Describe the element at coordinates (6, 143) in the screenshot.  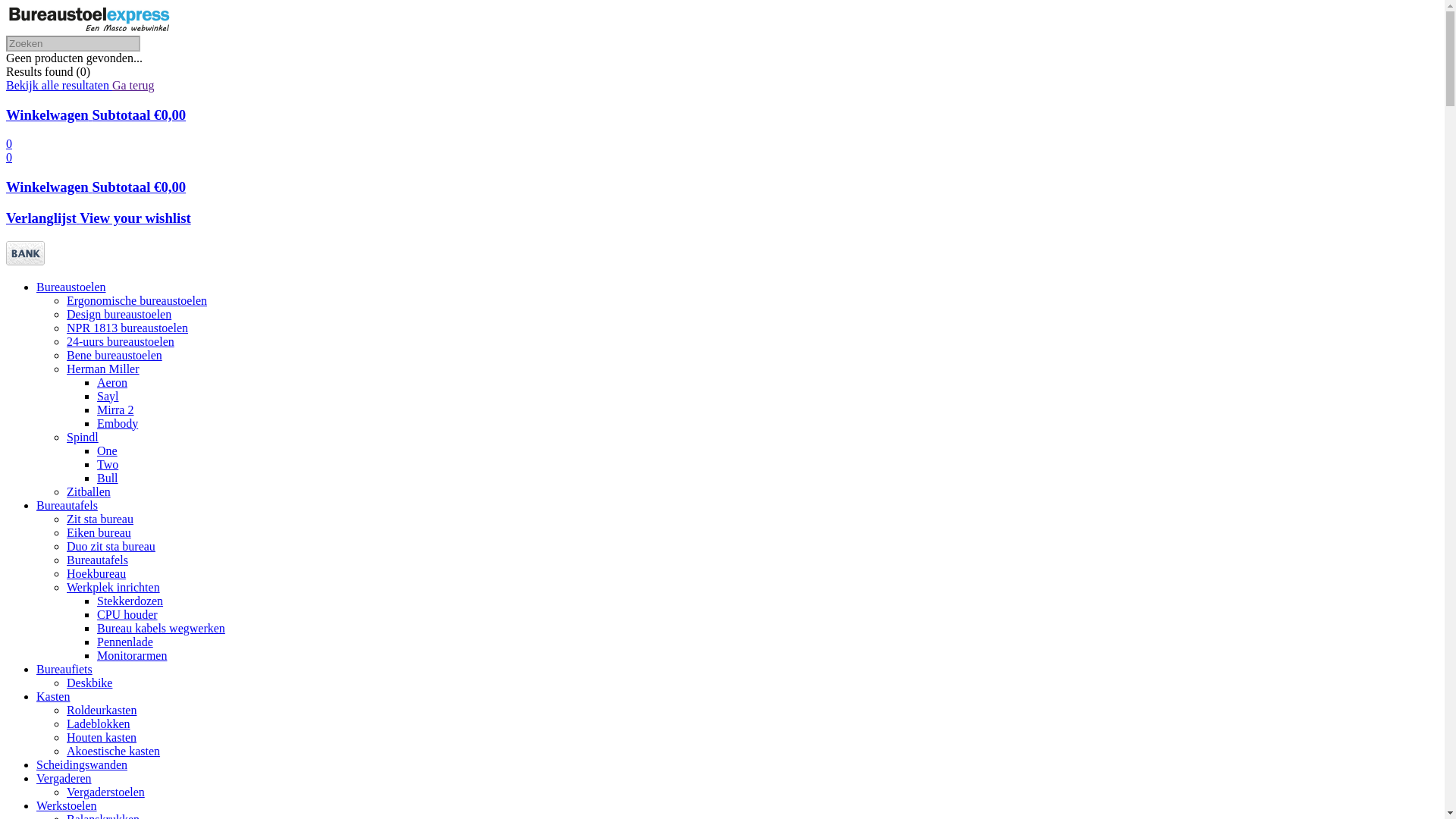
I see `'0'` at that location.